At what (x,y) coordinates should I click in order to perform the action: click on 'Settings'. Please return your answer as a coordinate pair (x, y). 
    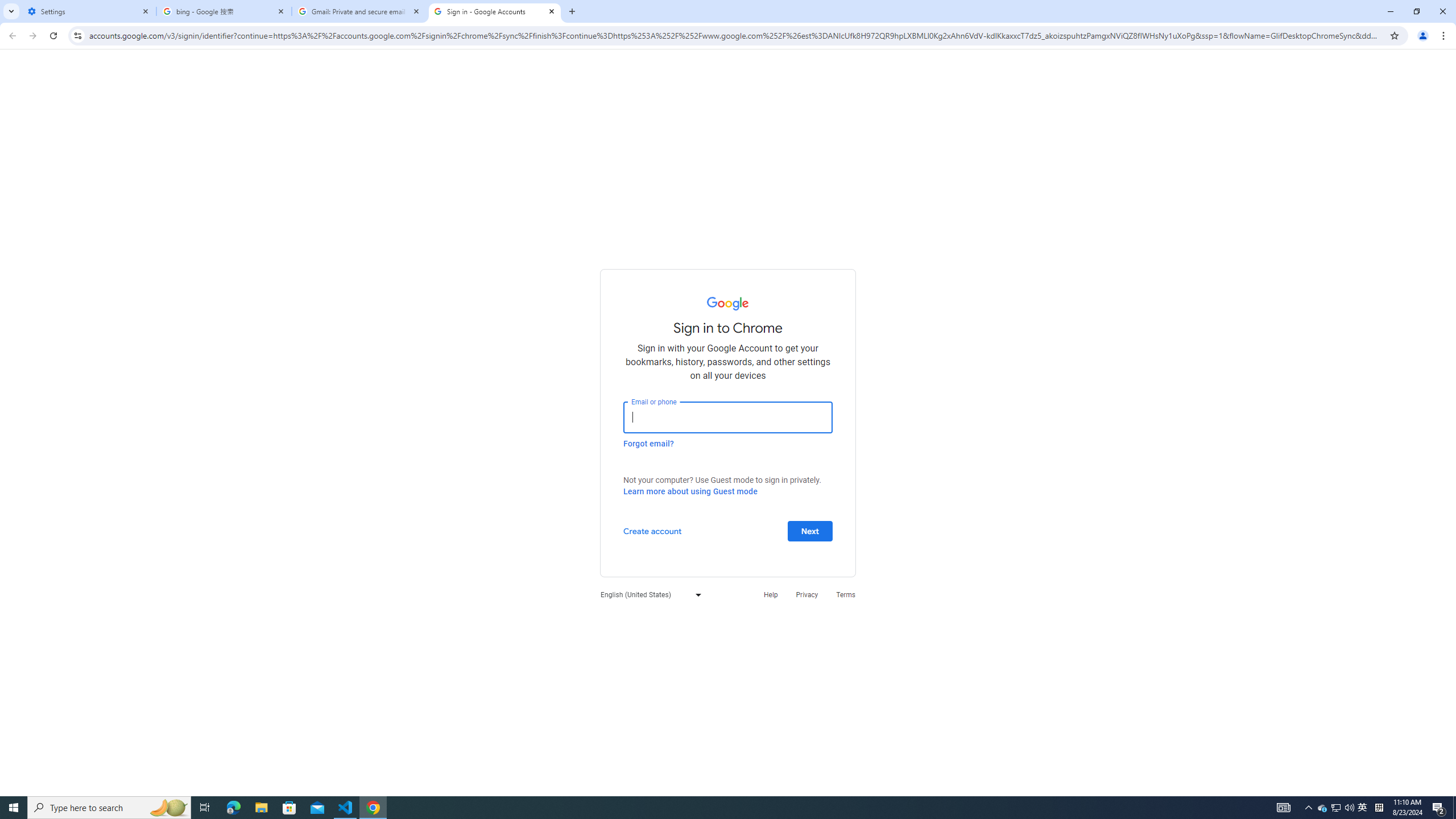
    Looking at the image, I should click on (88, 11).